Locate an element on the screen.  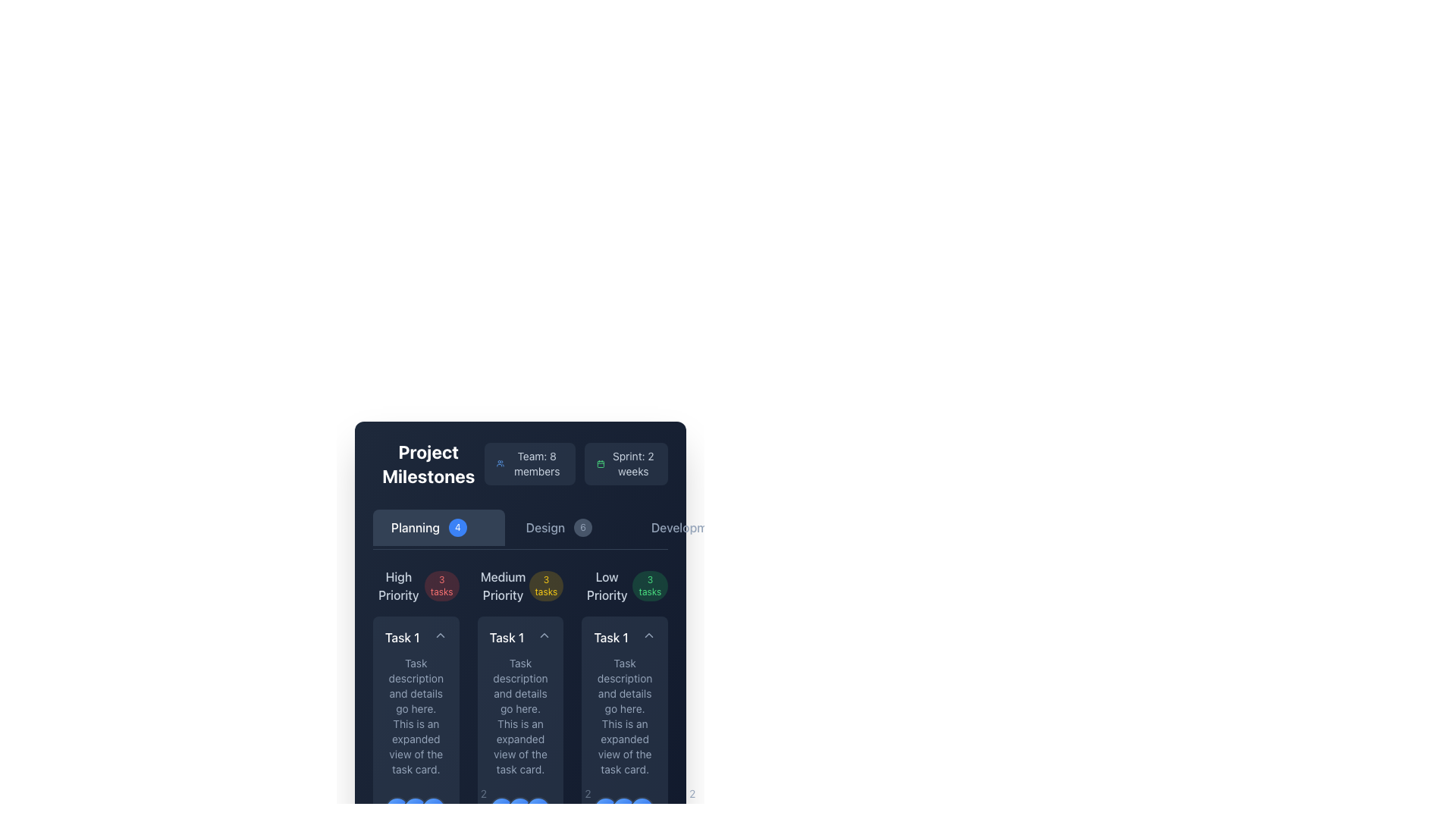
the task count label indicating the number of tasks classified under the 'Low Priority' category, located to the right of the 'Low Priority' label in the 'Project Milestones' section is located at coordinates (650, 585).